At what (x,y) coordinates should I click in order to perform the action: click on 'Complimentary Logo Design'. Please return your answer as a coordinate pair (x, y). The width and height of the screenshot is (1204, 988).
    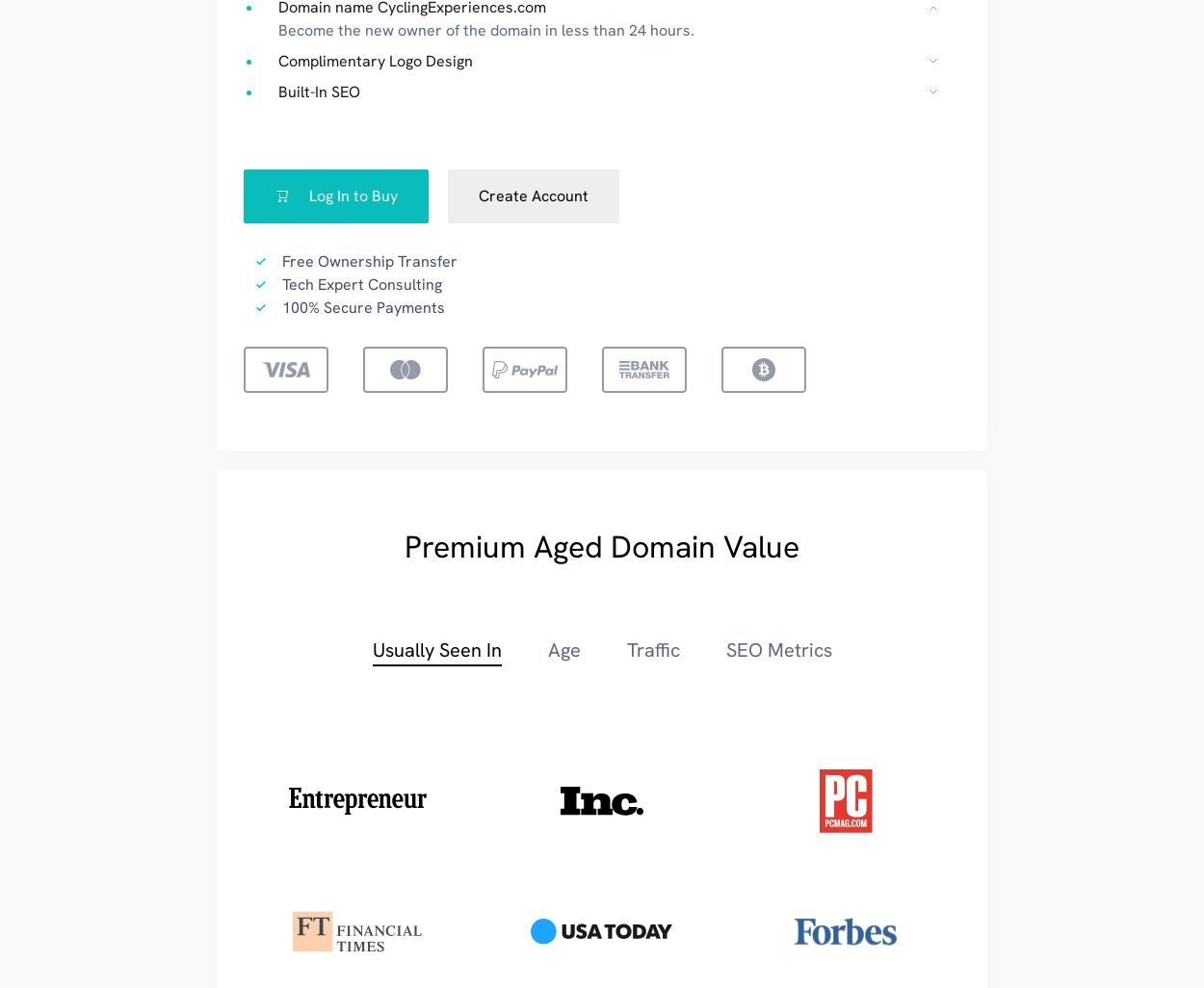
    Looking at the image, I should click on (376, 60).